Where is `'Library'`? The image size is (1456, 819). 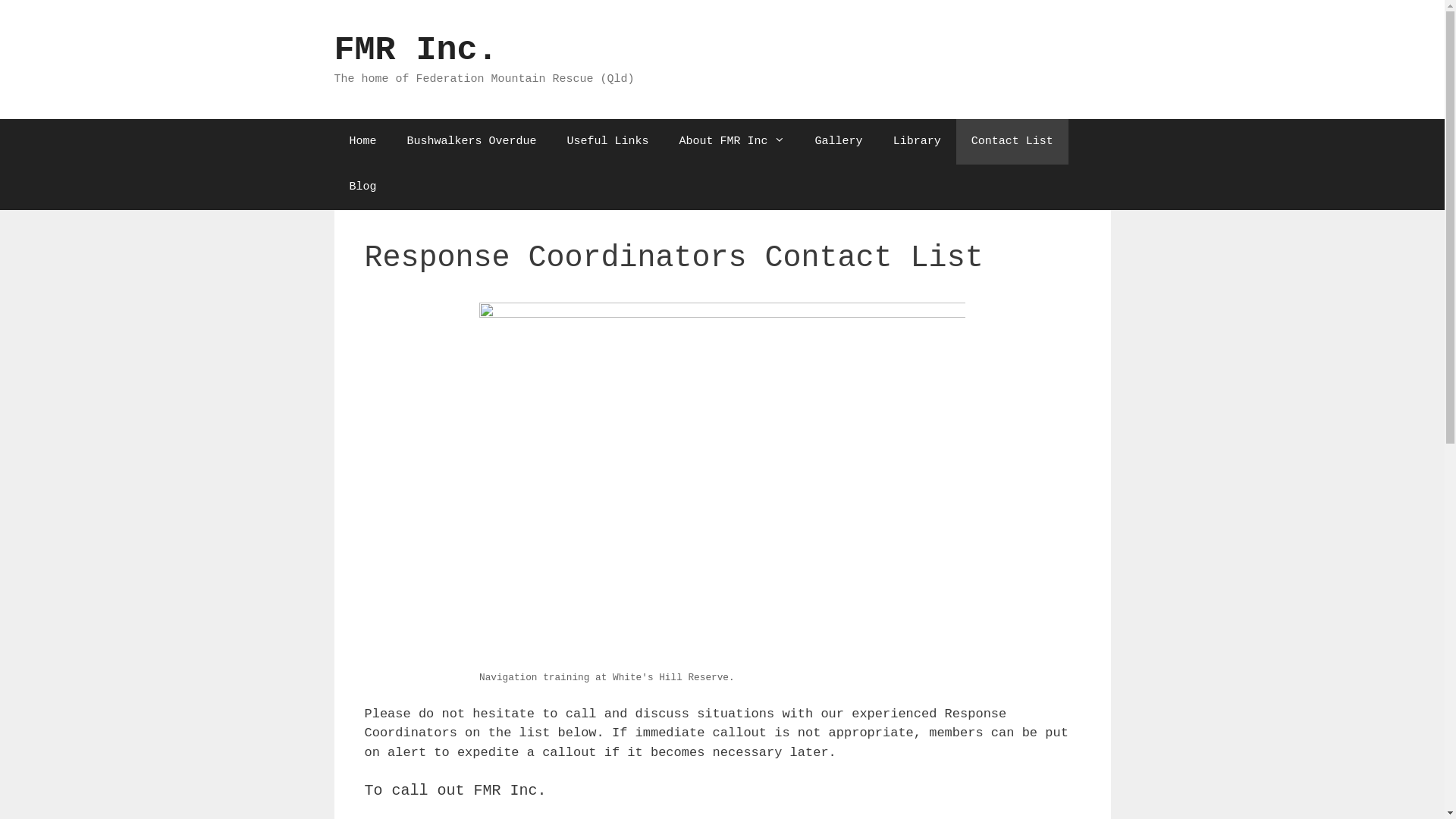 'Library' is located at coordinates (877, 140).